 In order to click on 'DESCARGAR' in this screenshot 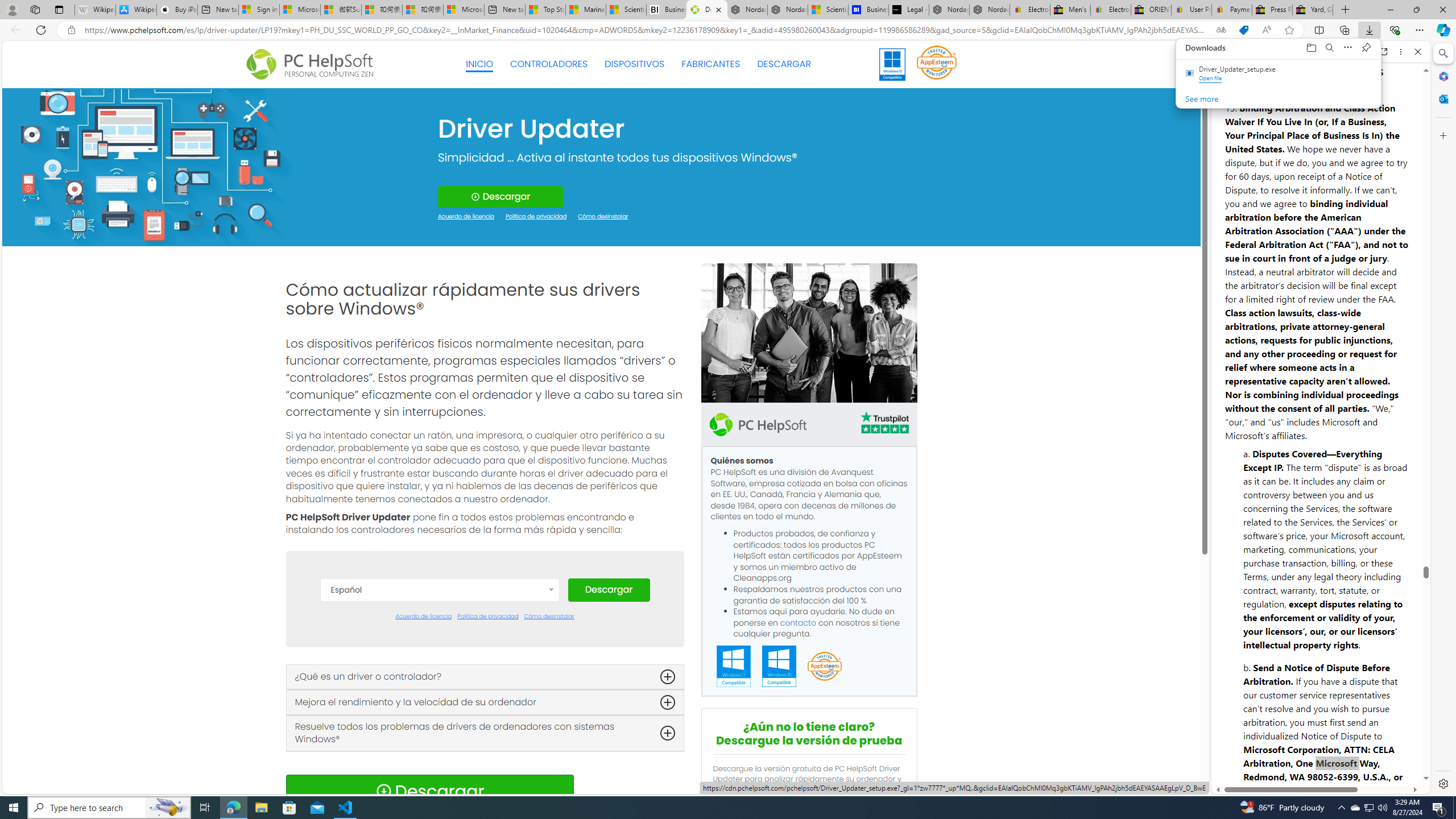, I will do `click(783, 64)`.